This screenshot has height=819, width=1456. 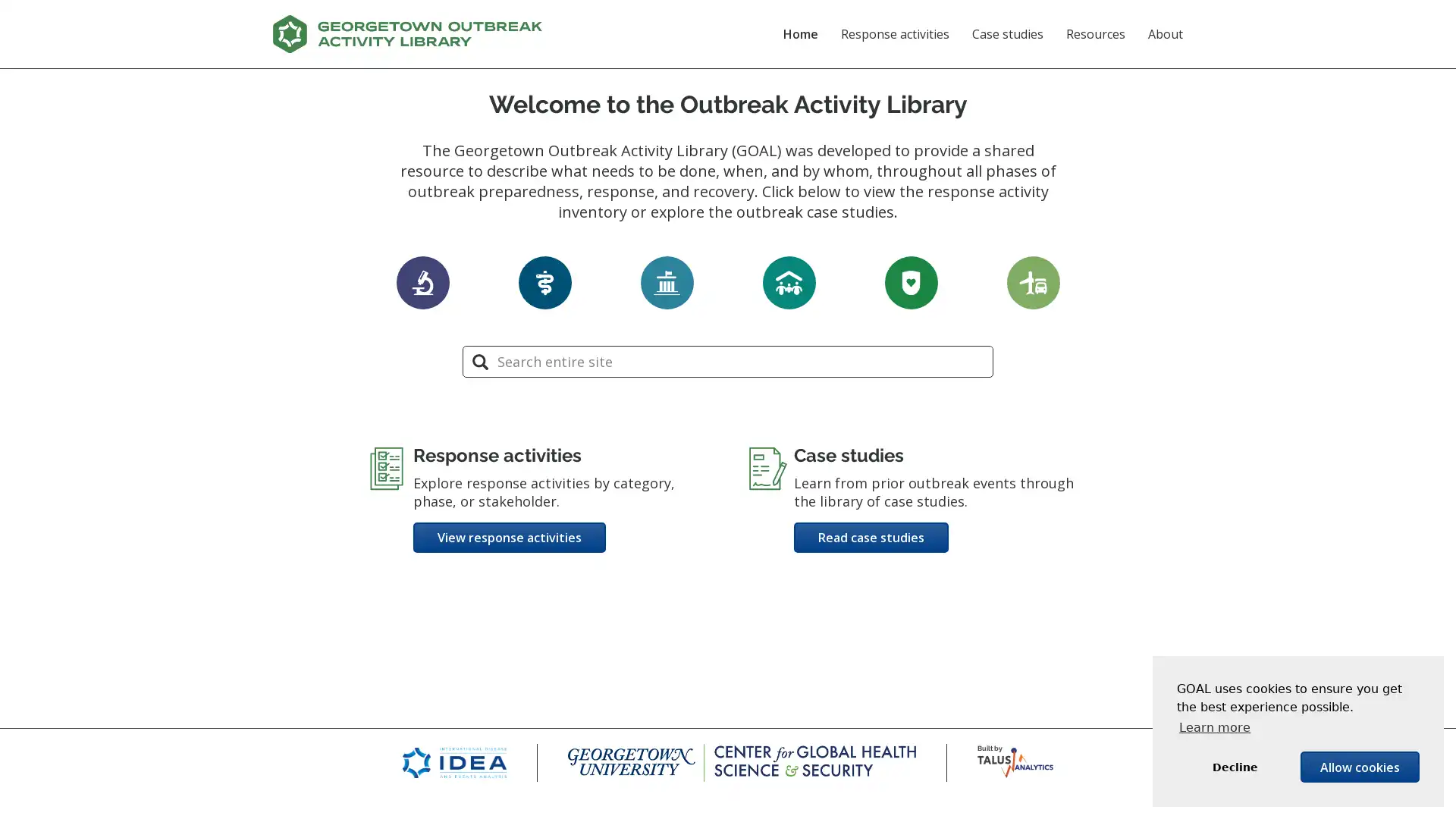 What do you see at coordinates (509, 537) in the screenshot?
I see `View response activities` at bounding box center [509, 537].